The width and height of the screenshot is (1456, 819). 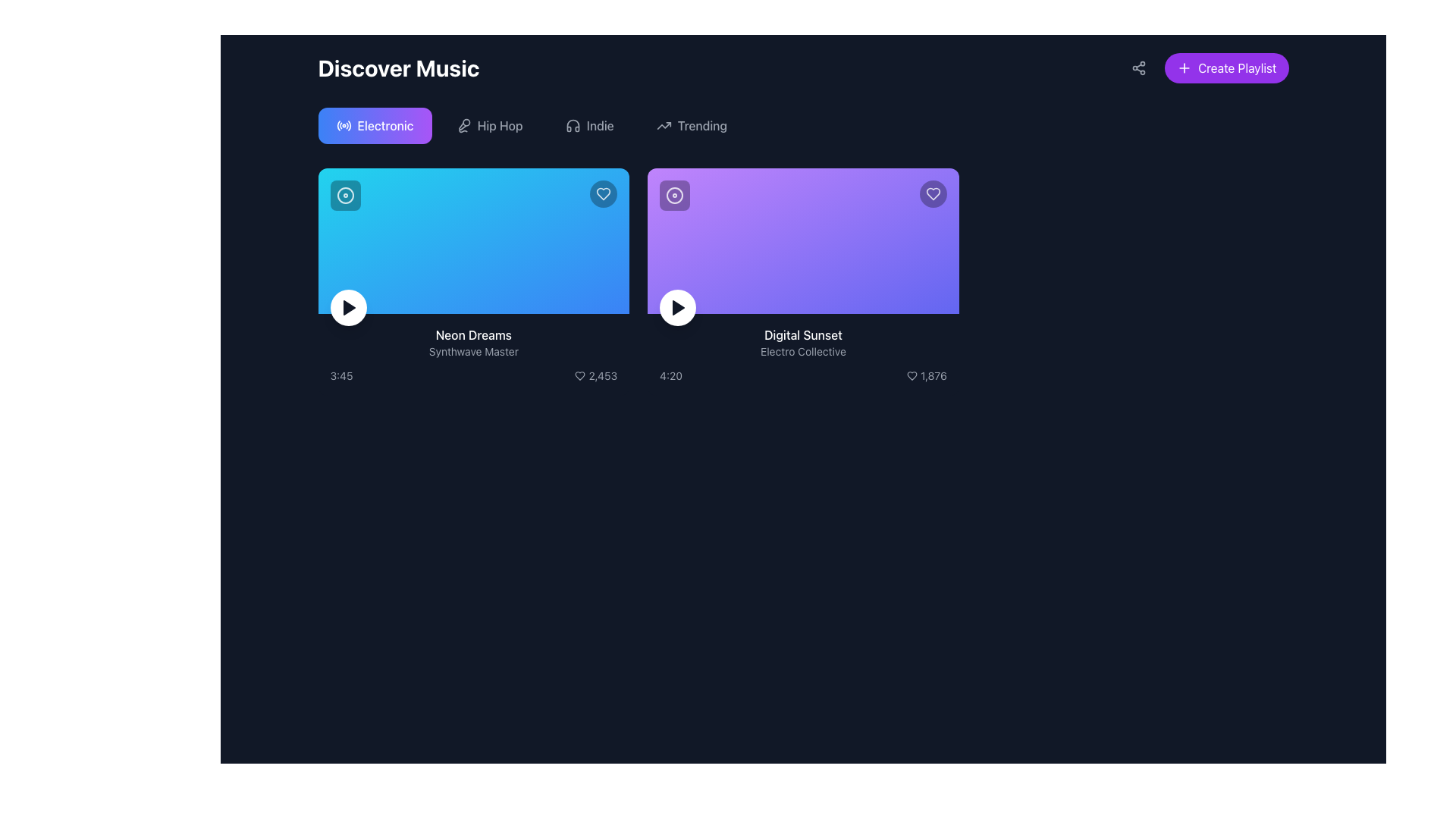 What do you see at coordinates (347, 307) in the screenshot?
I see `the circular button with a white background and a black play icon located in the bottom-left area of the music item card to play the track` at bounding box center [347, 307].